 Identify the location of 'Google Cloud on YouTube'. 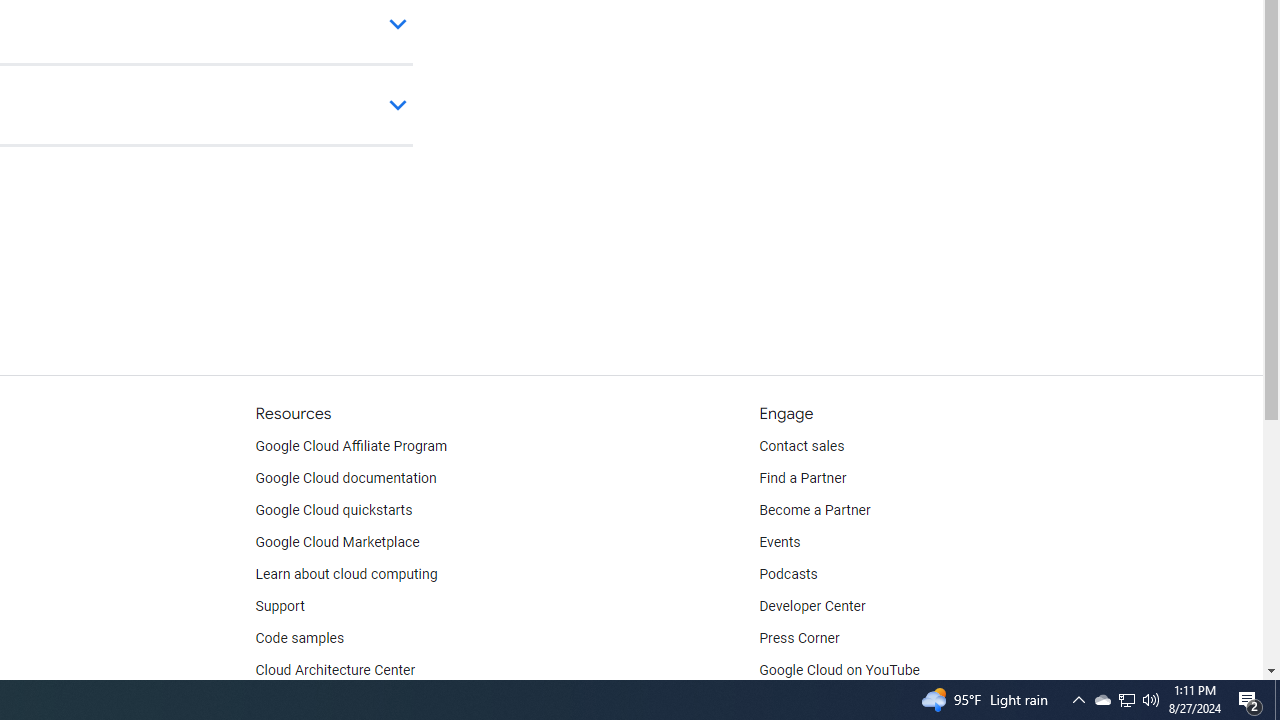
(839, 671).